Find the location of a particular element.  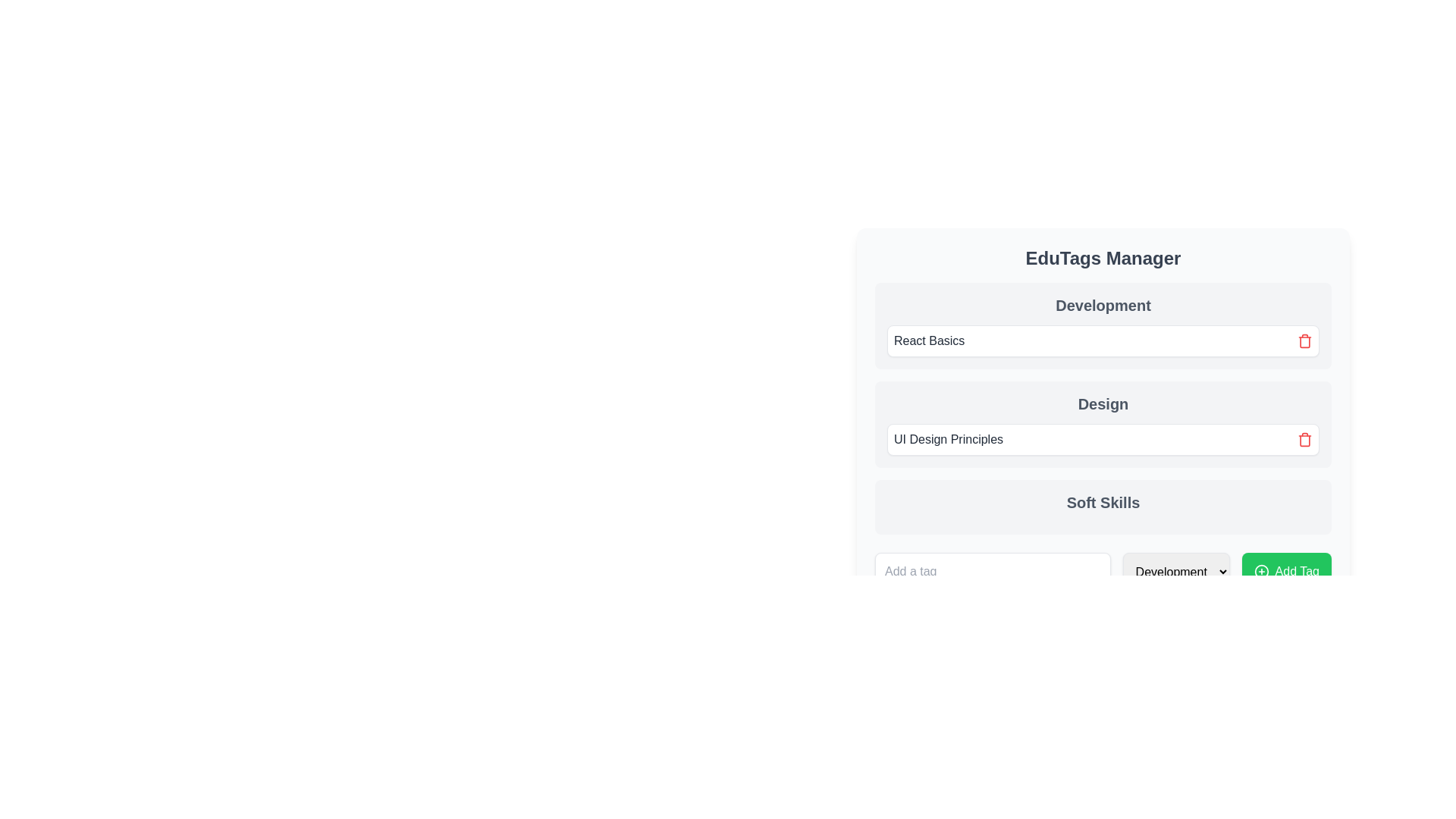

the 'Design' text label header, which categorizes the content between 'Development' and 'Soft Skills' in the 'EduTags Manager' interface is located at coordinates (1103, 391).